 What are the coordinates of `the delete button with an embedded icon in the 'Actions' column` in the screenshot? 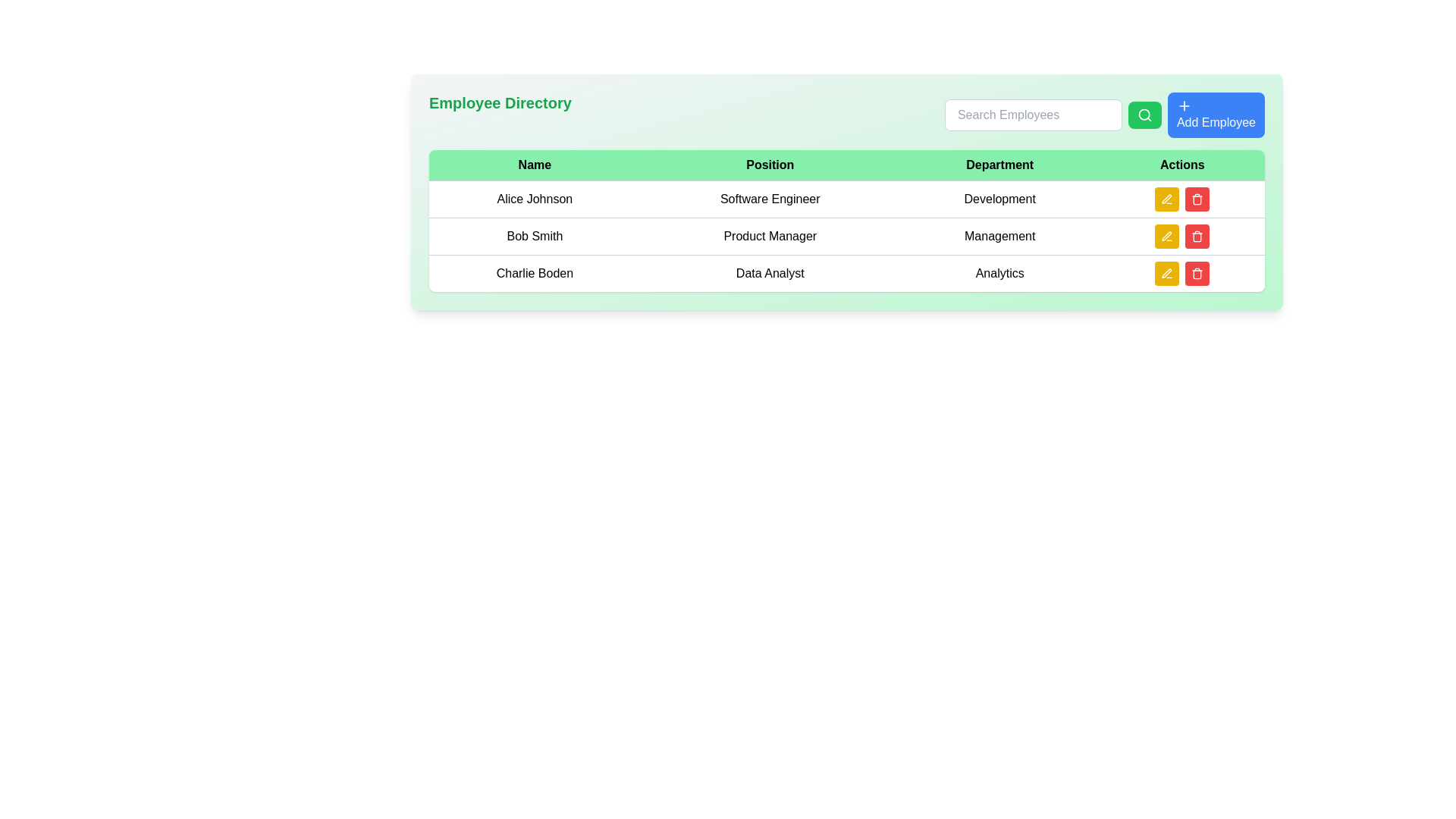 It's located at (1197, 237).